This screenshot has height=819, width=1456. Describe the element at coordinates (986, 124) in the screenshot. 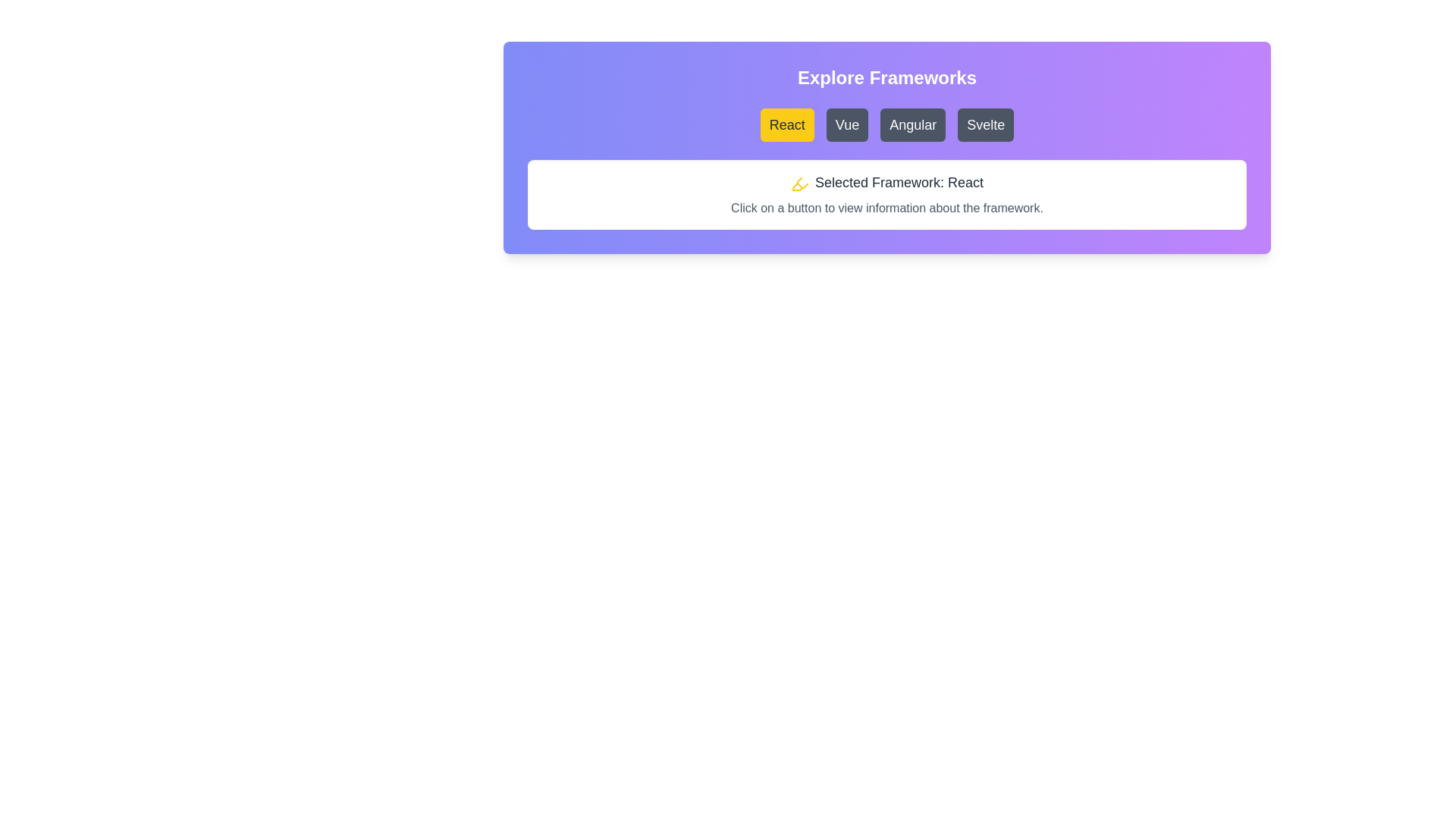

I see `the 'Svelte' button, which is the fourth button in a row of four, featuring a dark gray background and white text` at that location.